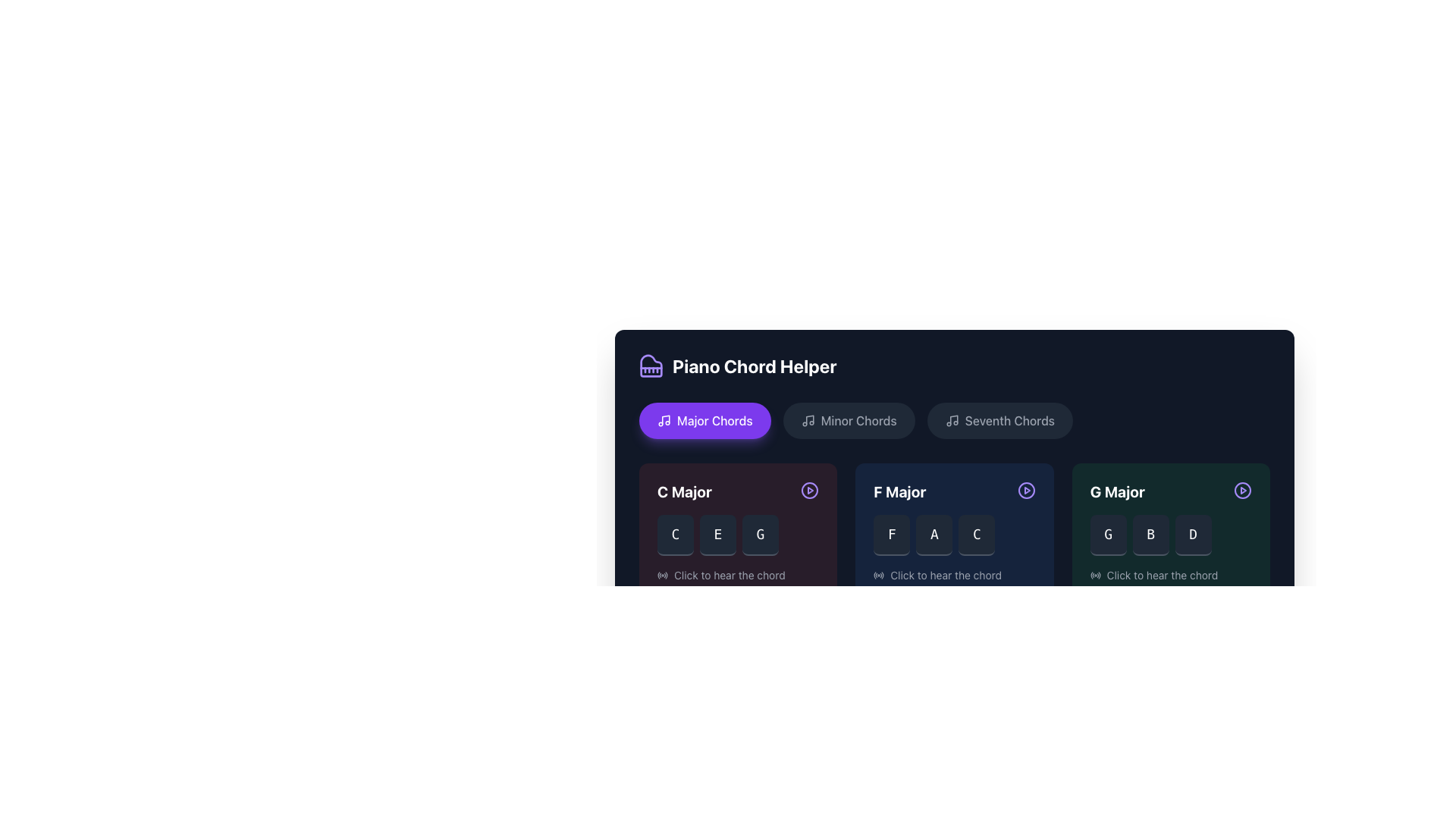 The width and height of the screenshot is (1456, 819). What do you see at coordinates (848, 421) in the screenshot?
I see `the 'Minor Chords' button, which has a rounded shape, gray background, a music note icon, and light gray text, positioned between 'Major Chords' and 'Seventh Chords'` at bounding box center [848, 421].